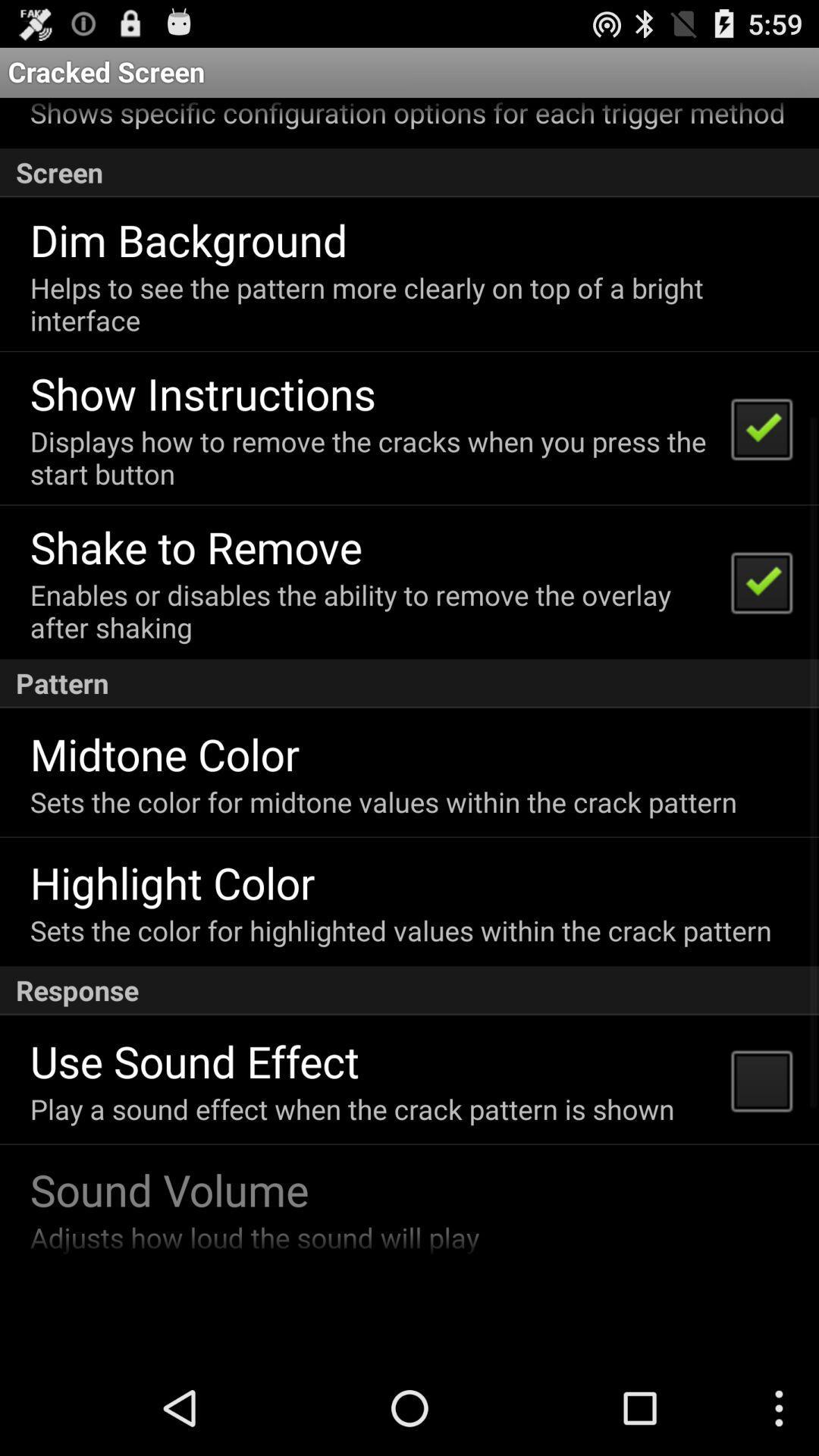 Image resolution: width=819 pixels, height=1456 pixels. Describe the element at coordinates (407, 303) in the screenshot. I see `the icon below the dim background item` at that location.